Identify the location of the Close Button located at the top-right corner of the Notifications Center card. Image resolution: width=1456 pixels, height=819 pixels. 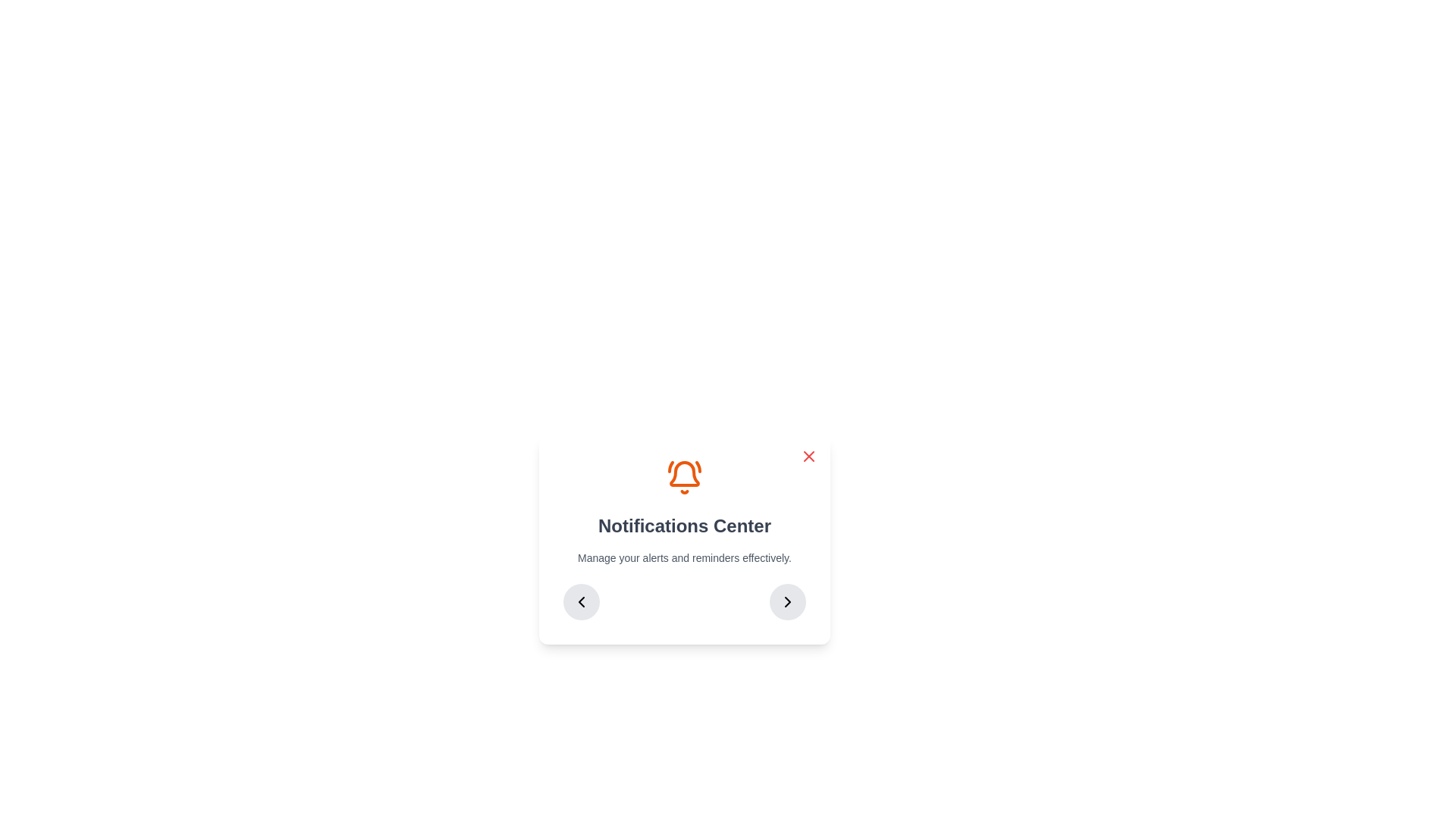
(808, 455).